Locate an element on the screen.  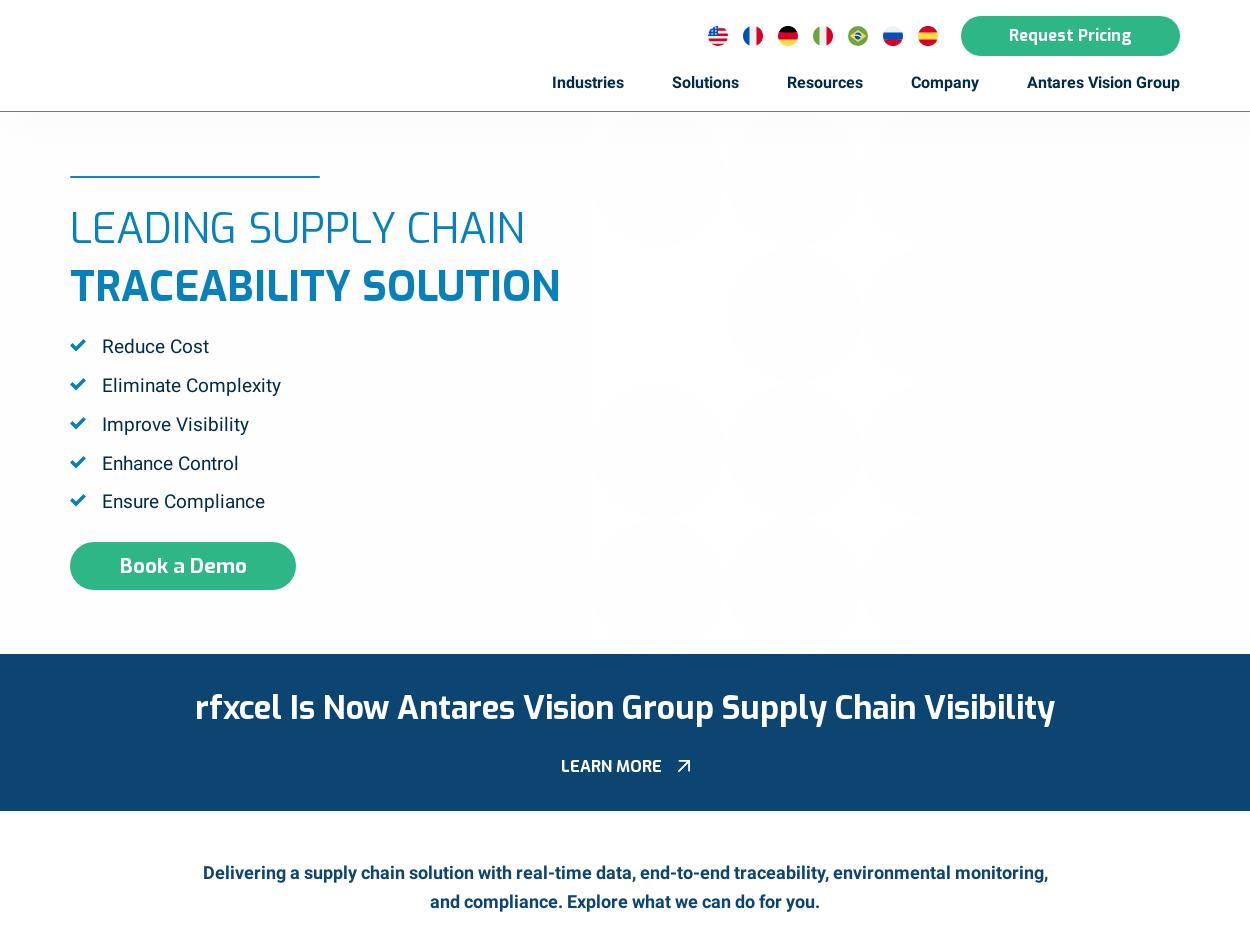
'Edge Warehouse Solution' is located at coordinates (693, 561).